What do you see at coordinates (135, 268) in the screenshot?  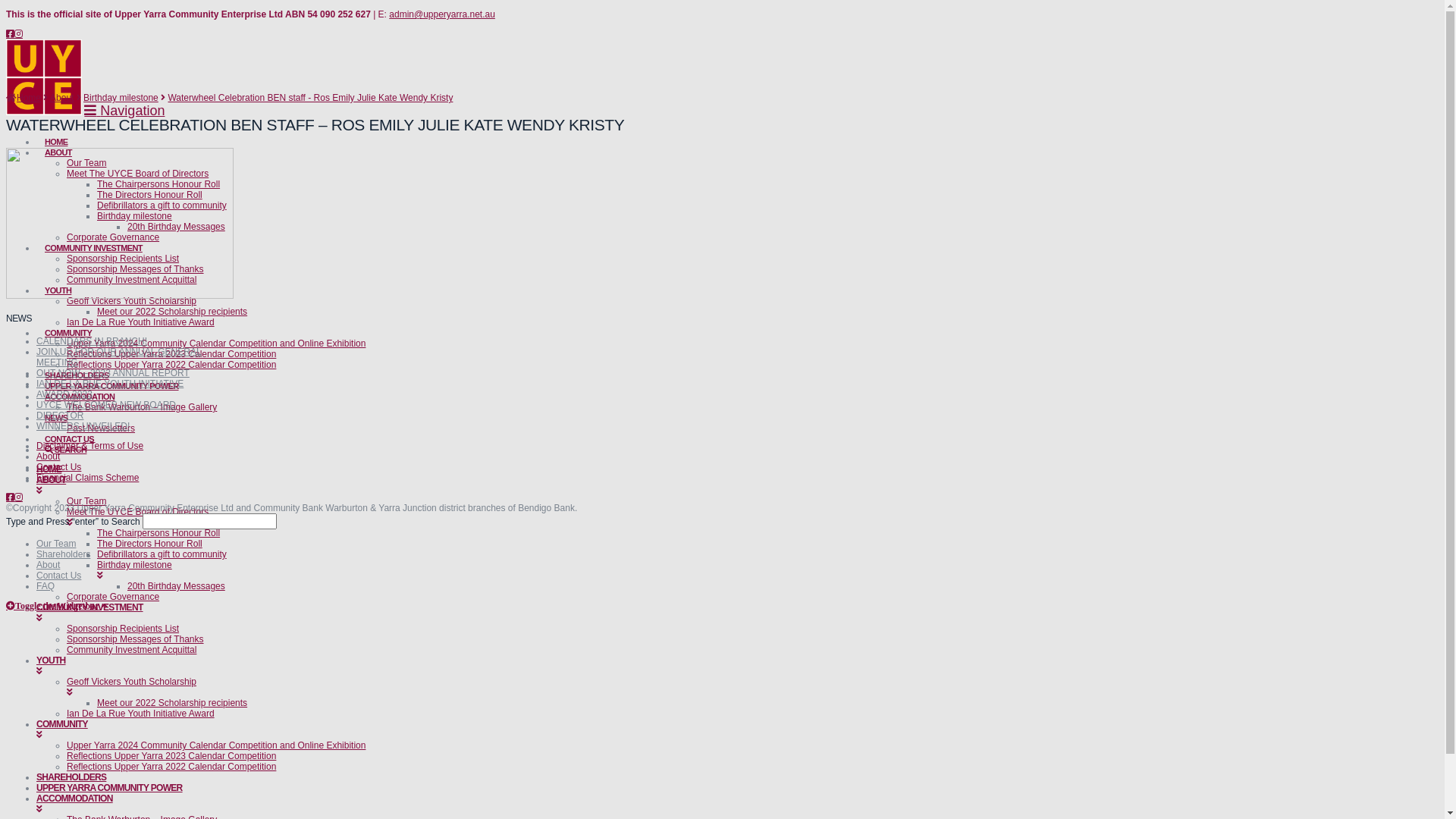 I see `'Sponsorship Messages of Thanks'` at bounding box center [135, 268].